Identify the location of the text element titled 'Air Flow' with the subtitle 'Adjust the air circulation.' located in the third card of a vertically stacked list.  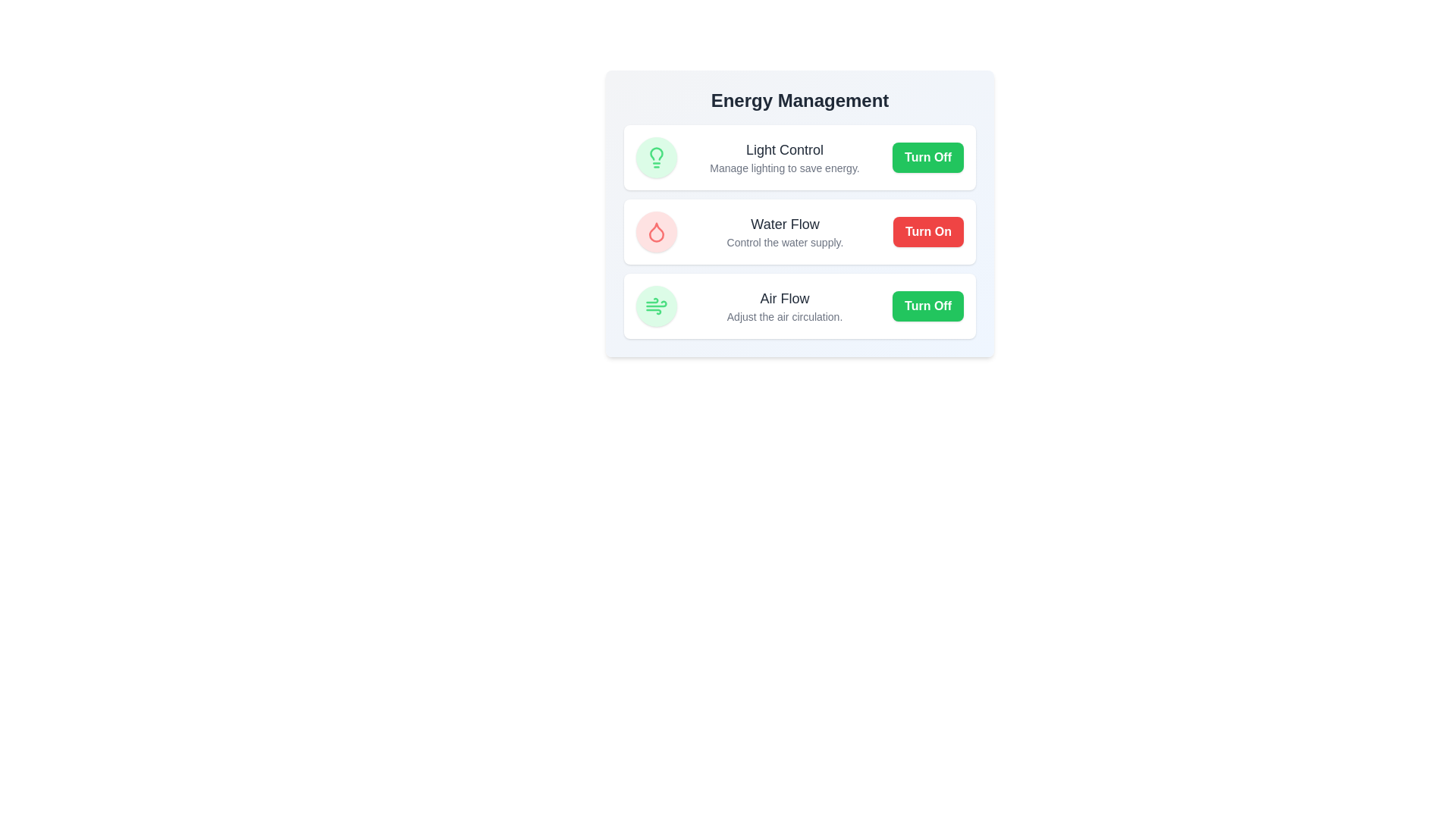
(785, 306).